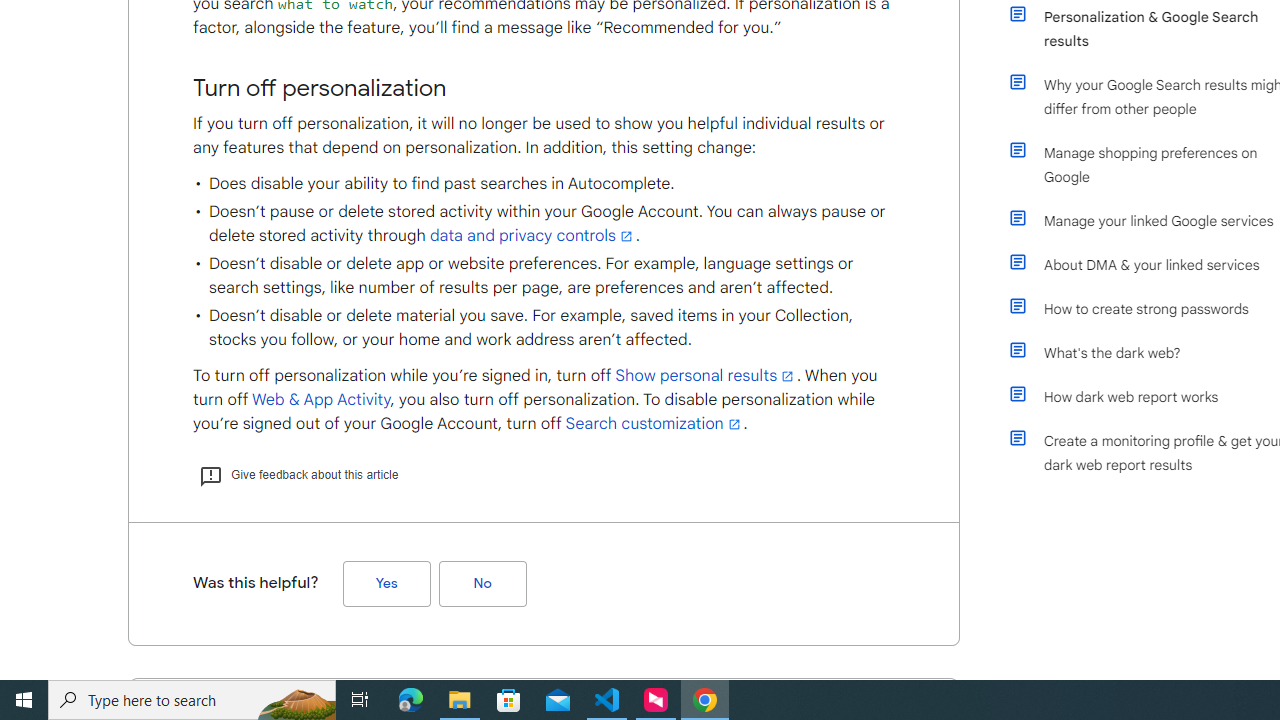 This screenshot has height=720, width=1280. I want to click on 'Yes (Was this helpful?)', so click(386, 583).